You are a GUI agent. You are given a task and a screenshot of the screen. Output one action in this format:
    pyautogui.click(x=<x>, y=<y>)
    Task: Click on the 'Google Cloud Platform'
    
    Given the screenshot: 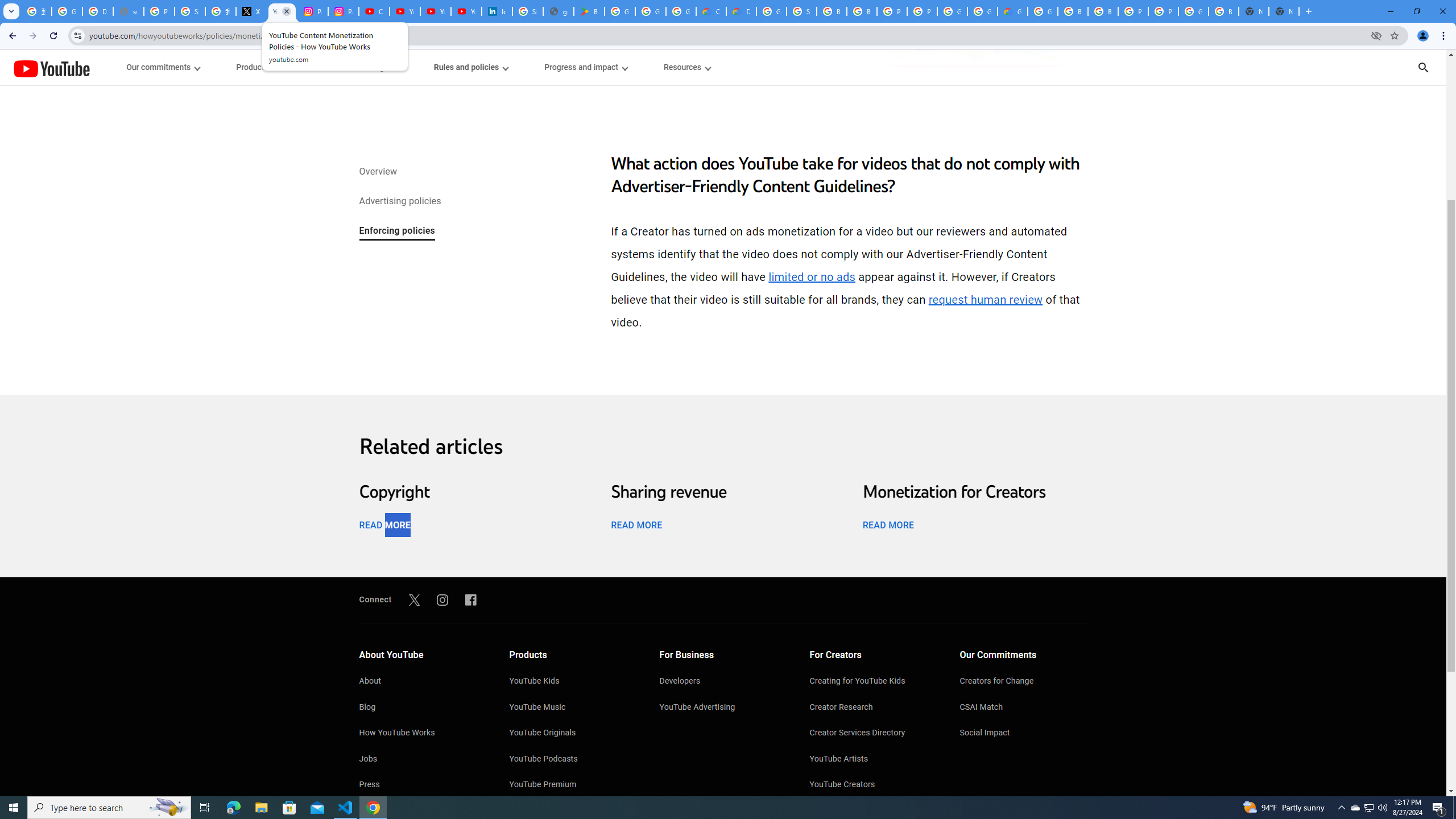 What is the action you would take?
    pyautogui.click(x=983, y=11)
    